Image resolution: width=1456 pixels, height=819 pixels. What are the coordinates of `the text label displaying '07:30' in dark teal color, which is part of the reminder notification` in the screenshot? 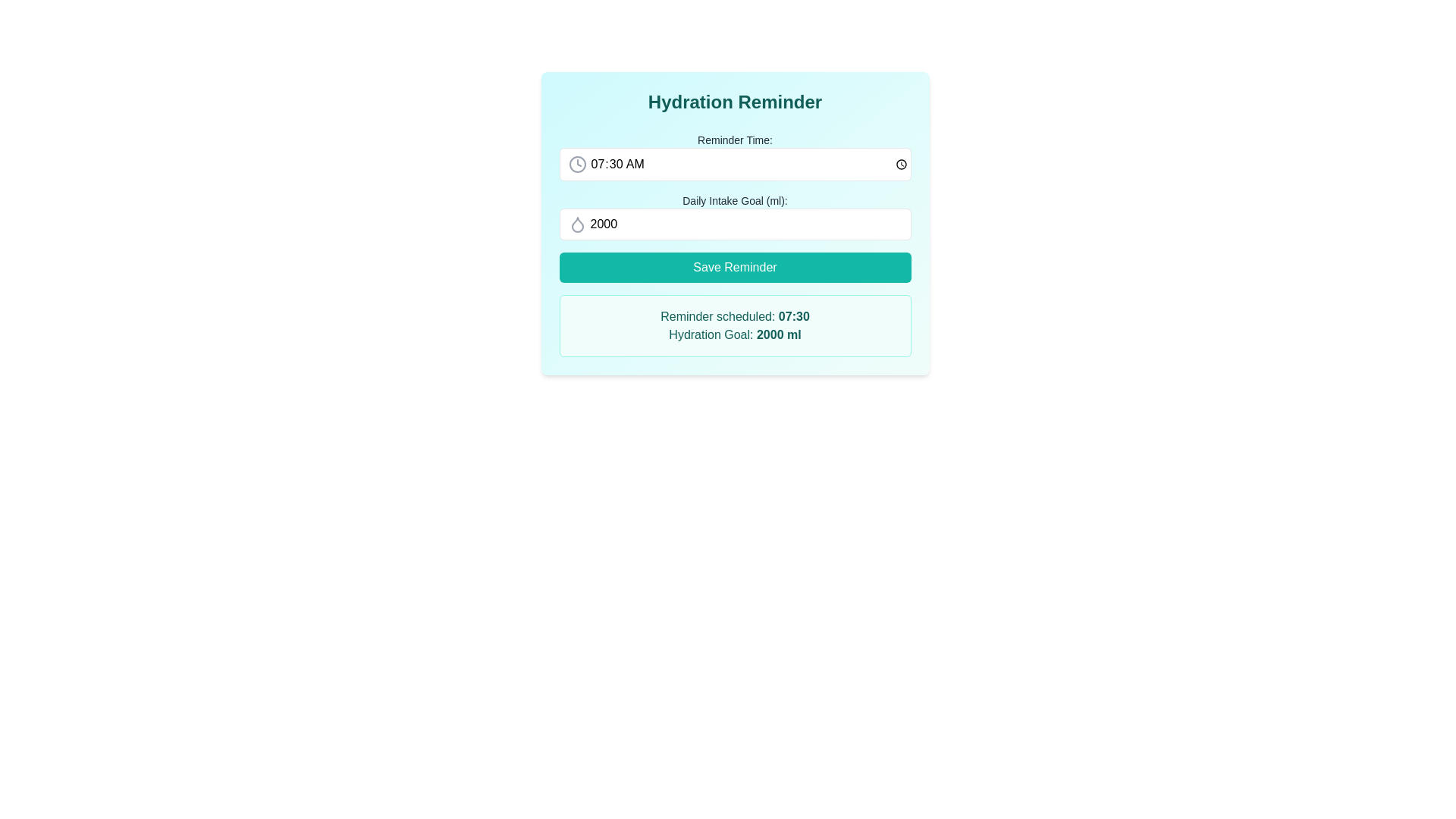 It's located at (793, 315).